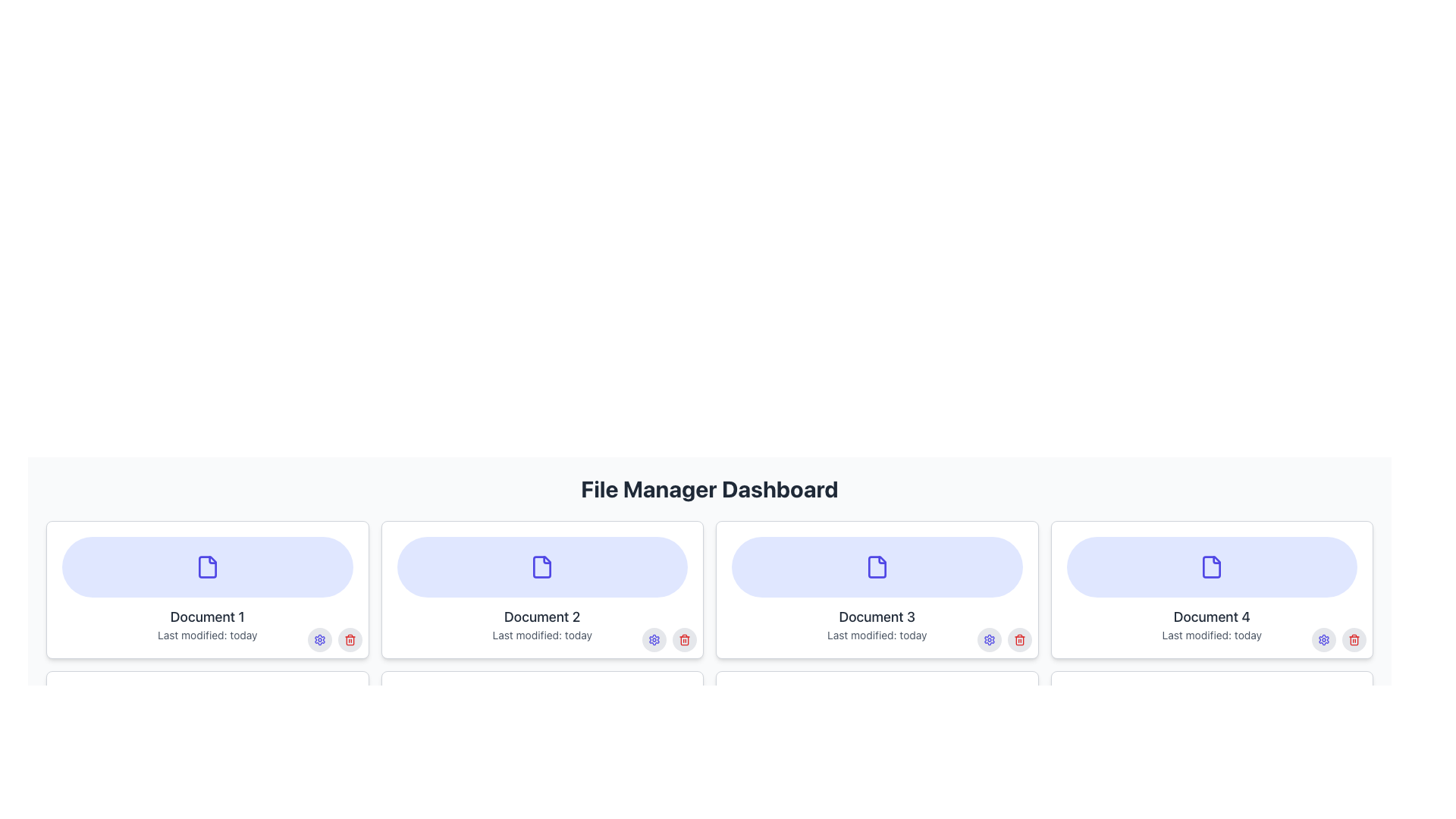 The height and width of the screenshot is (819, 1456). Describe the element at coordinates (318, 640) in the screenshot. I see `the indigo gear-shaped icon representing settings located at the bottom right corner of the first card labeled 'Document 1'` at that location.